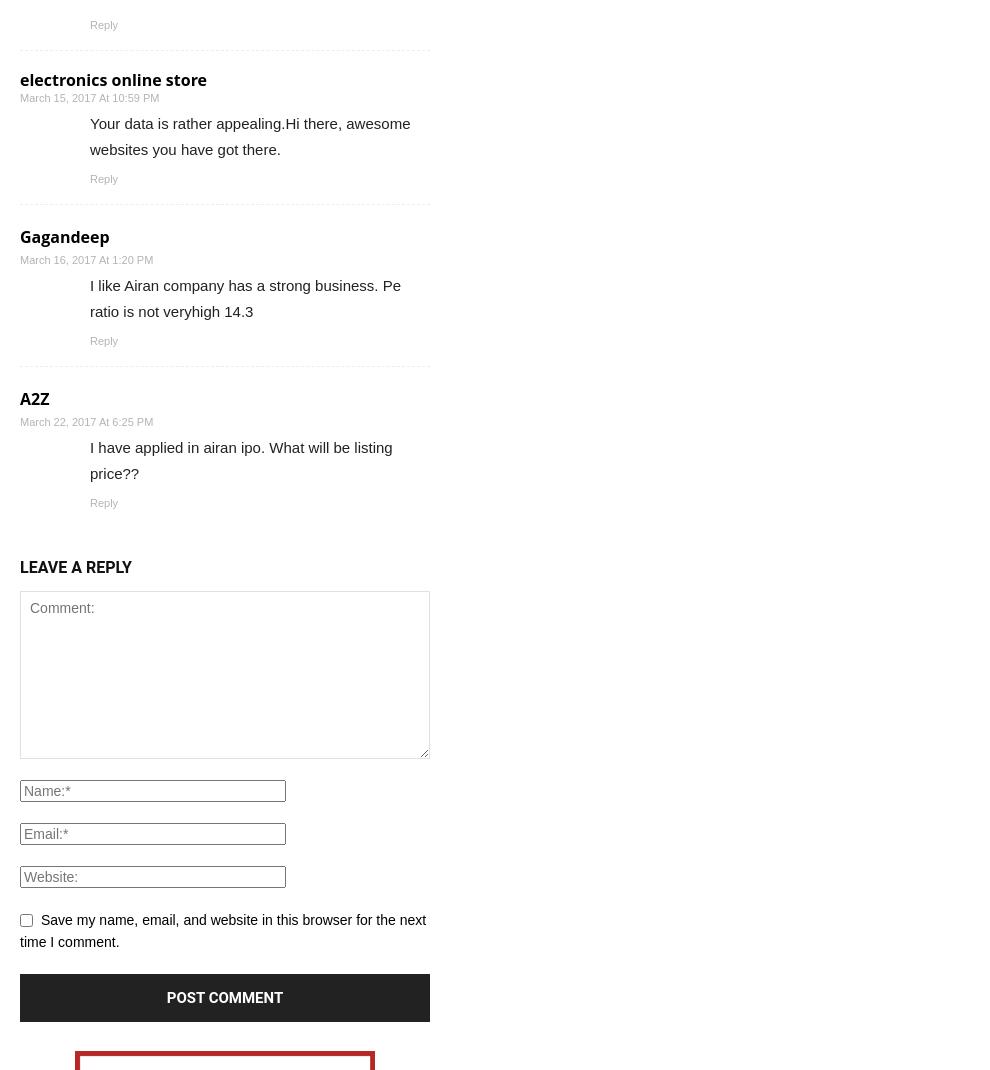 Image resolution: width=990 pixels, height=1070 pixels. Describe the element at coordinates (64, 235) in the screenshot. I see `'Gagandeep'` at that location.